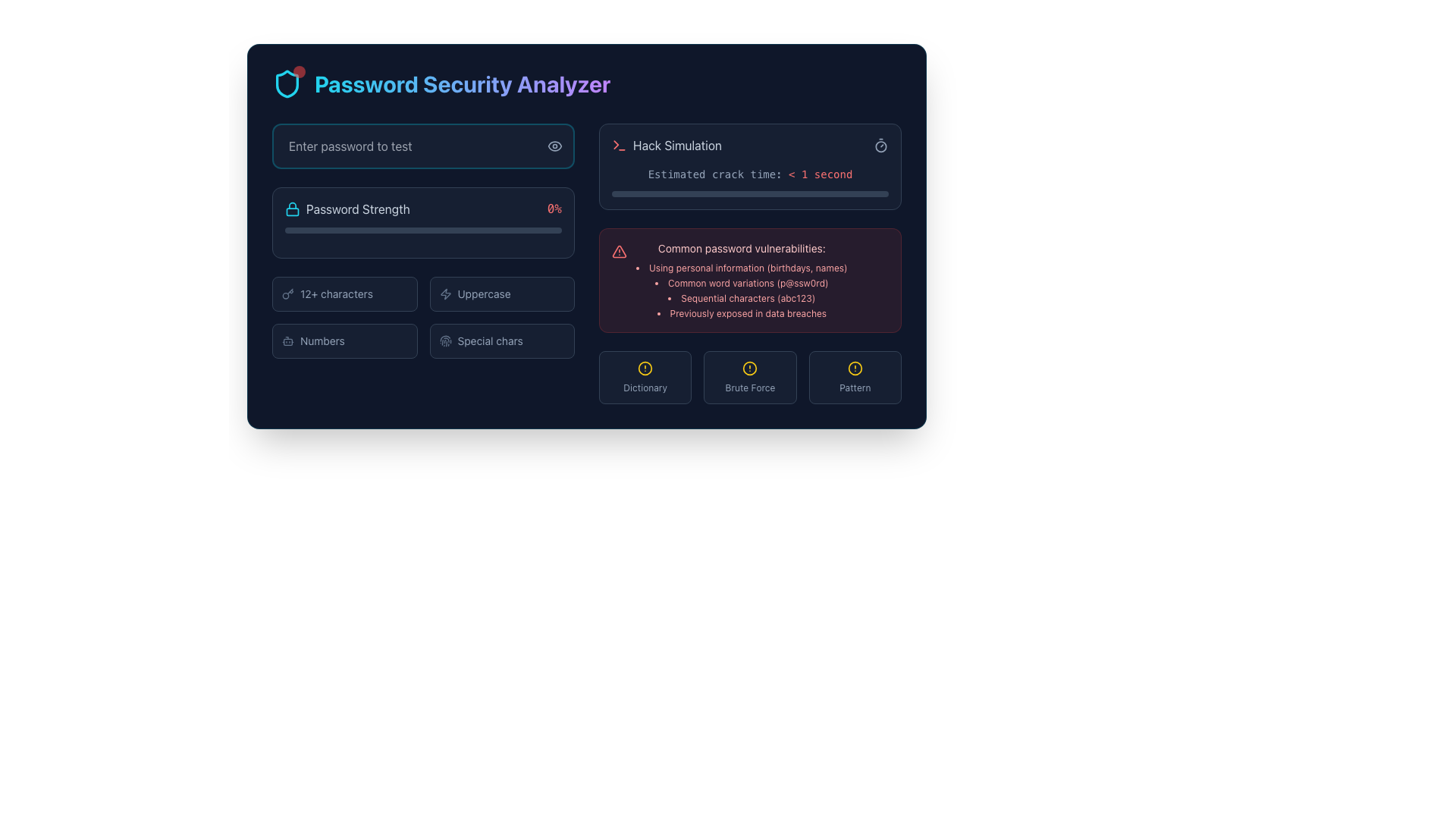  Describe the element at coordinates (855, 388) in the screenshot. I see `the label identifying the 'Pattern' feature, located in the bottom right corner of the user interface, below a red-bordered box and to the right of a yellow circular icon` at that location.